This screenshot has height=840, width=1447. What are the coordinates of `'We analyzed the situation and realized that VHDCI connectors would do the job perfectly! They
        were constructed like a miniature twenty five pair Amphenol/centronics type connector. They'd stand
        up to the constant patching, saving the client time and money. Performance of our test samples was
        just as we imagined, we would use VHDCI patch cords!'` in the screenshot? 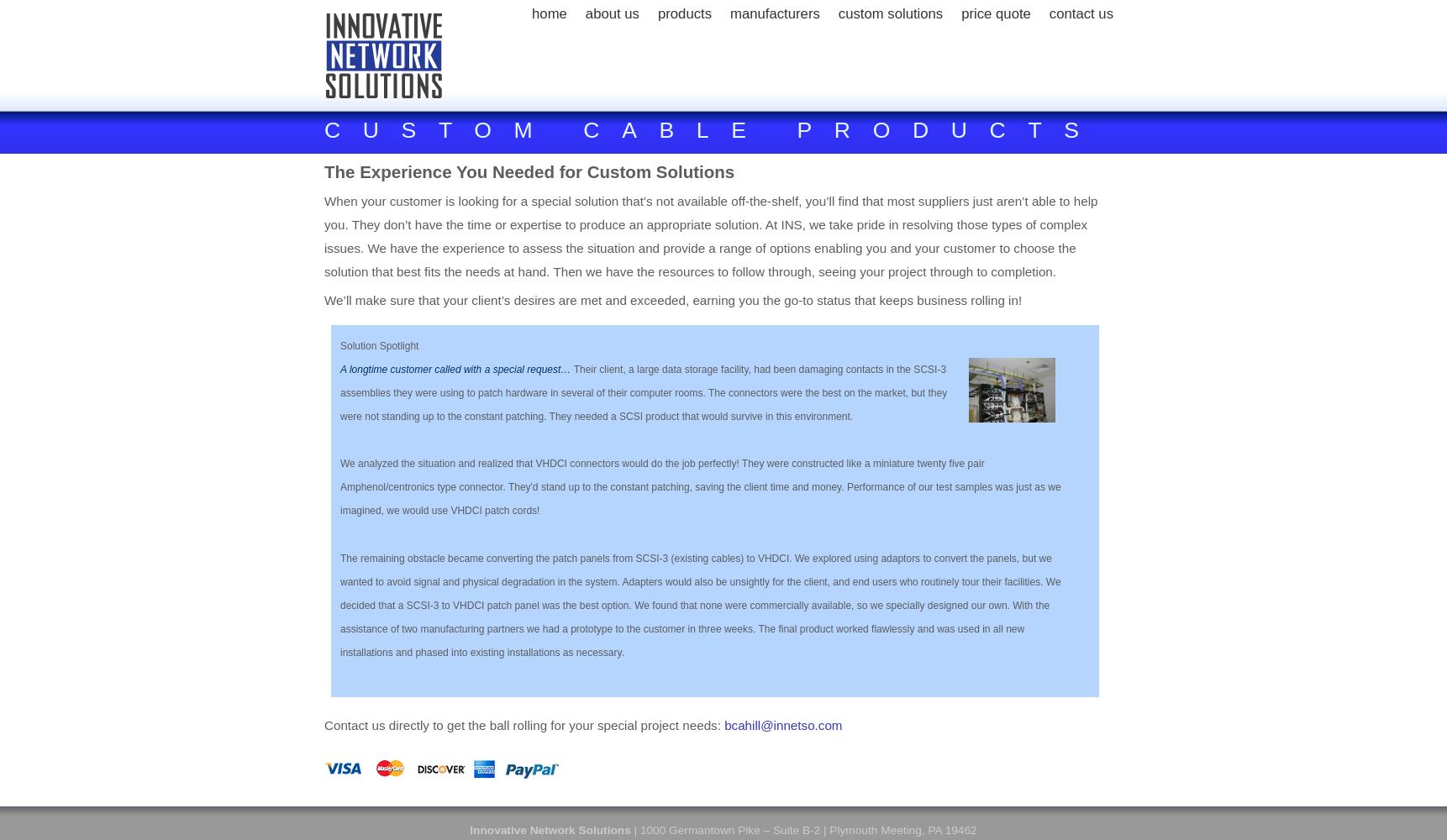 It's located at (699, 486).